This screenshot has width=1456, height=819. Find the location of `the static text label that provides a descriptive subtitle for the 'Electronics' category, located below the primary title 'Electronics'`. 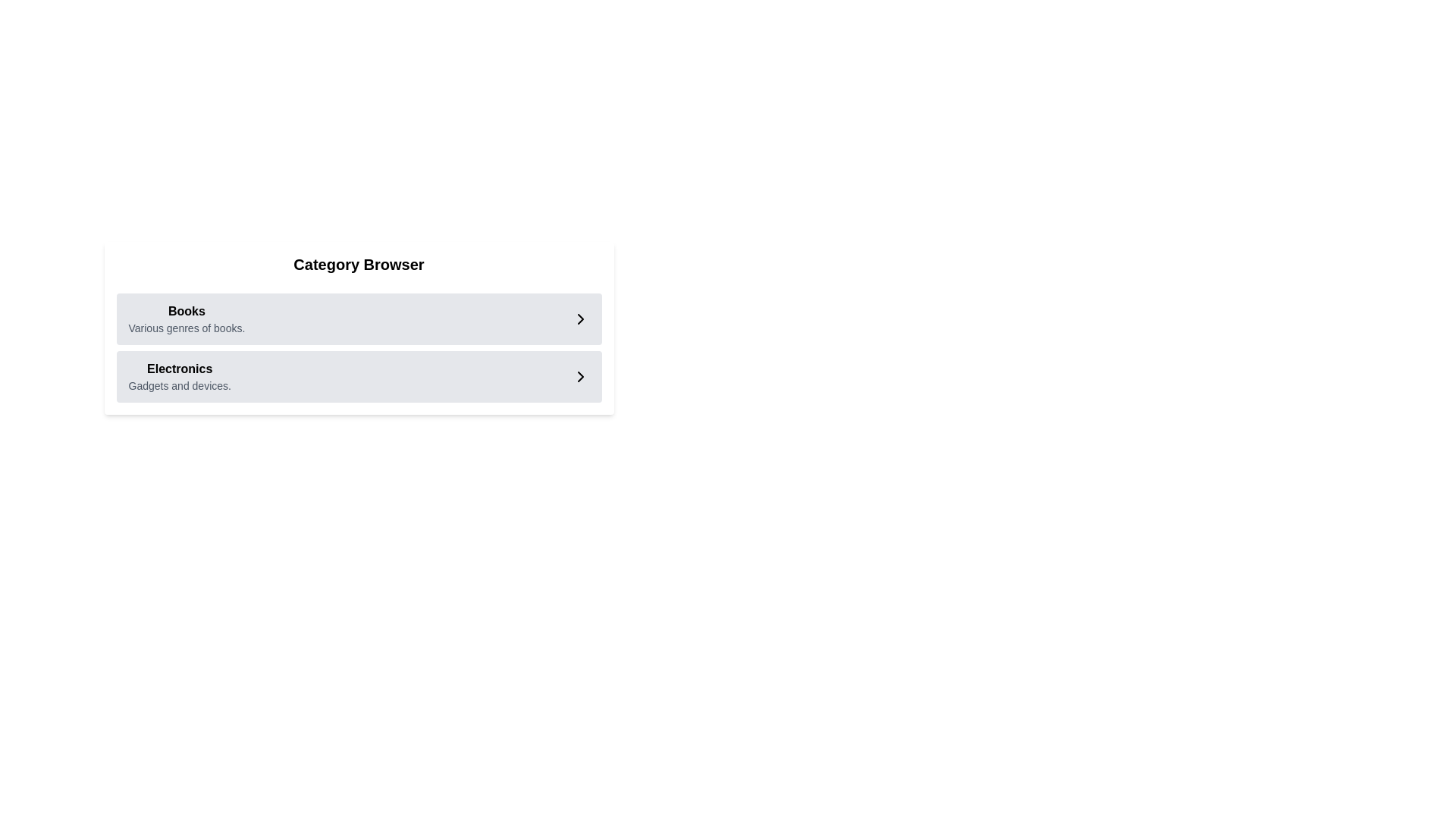

the static text label that provides a descriptive subtitle for the 'Electronics' category, located below the primary title 'Electronics' is located at coordinates (180, 385).